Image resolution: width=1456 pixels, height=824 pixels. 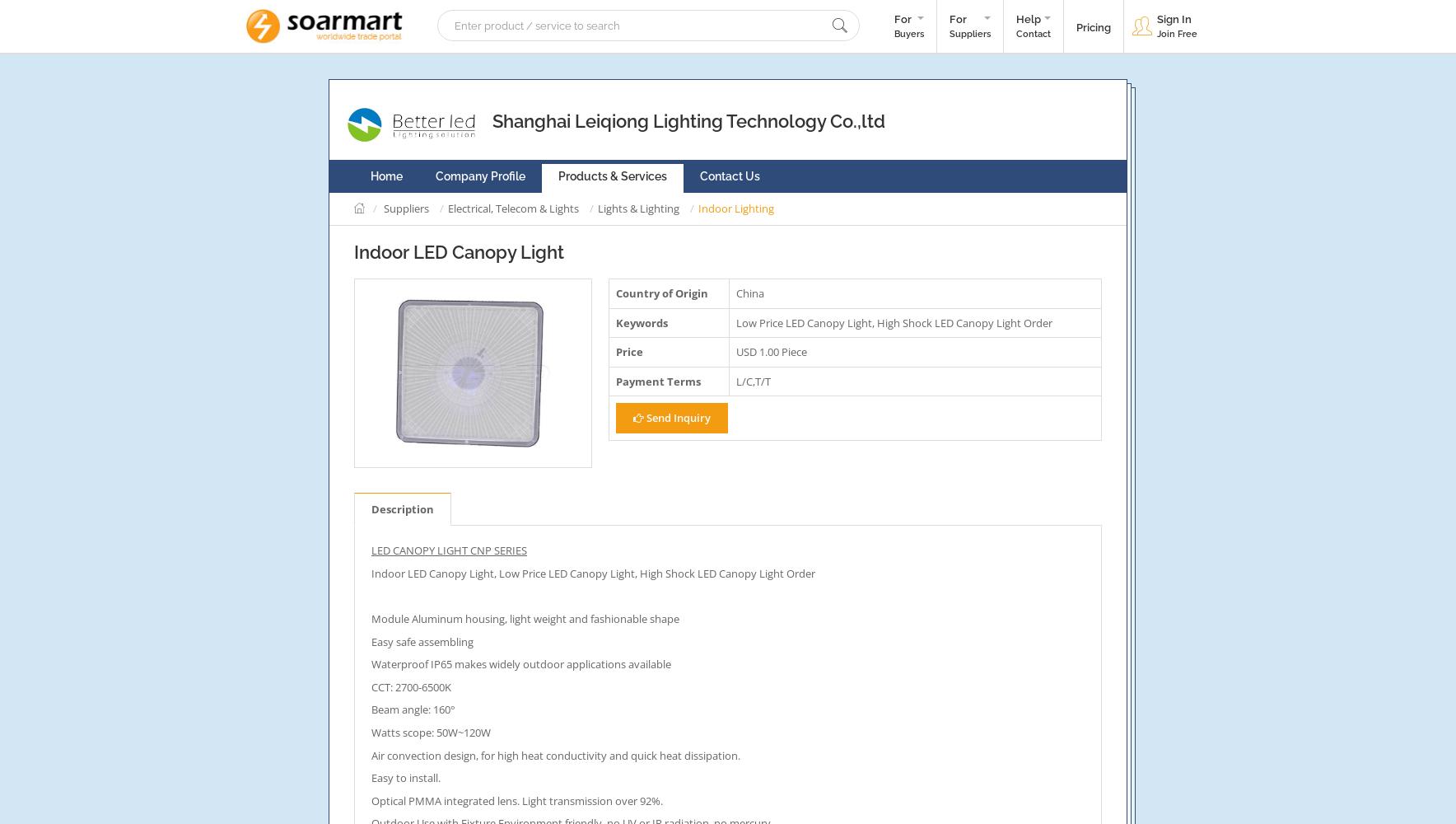 I want to click on 'Send Inquiry', so click(x=677, y=418).